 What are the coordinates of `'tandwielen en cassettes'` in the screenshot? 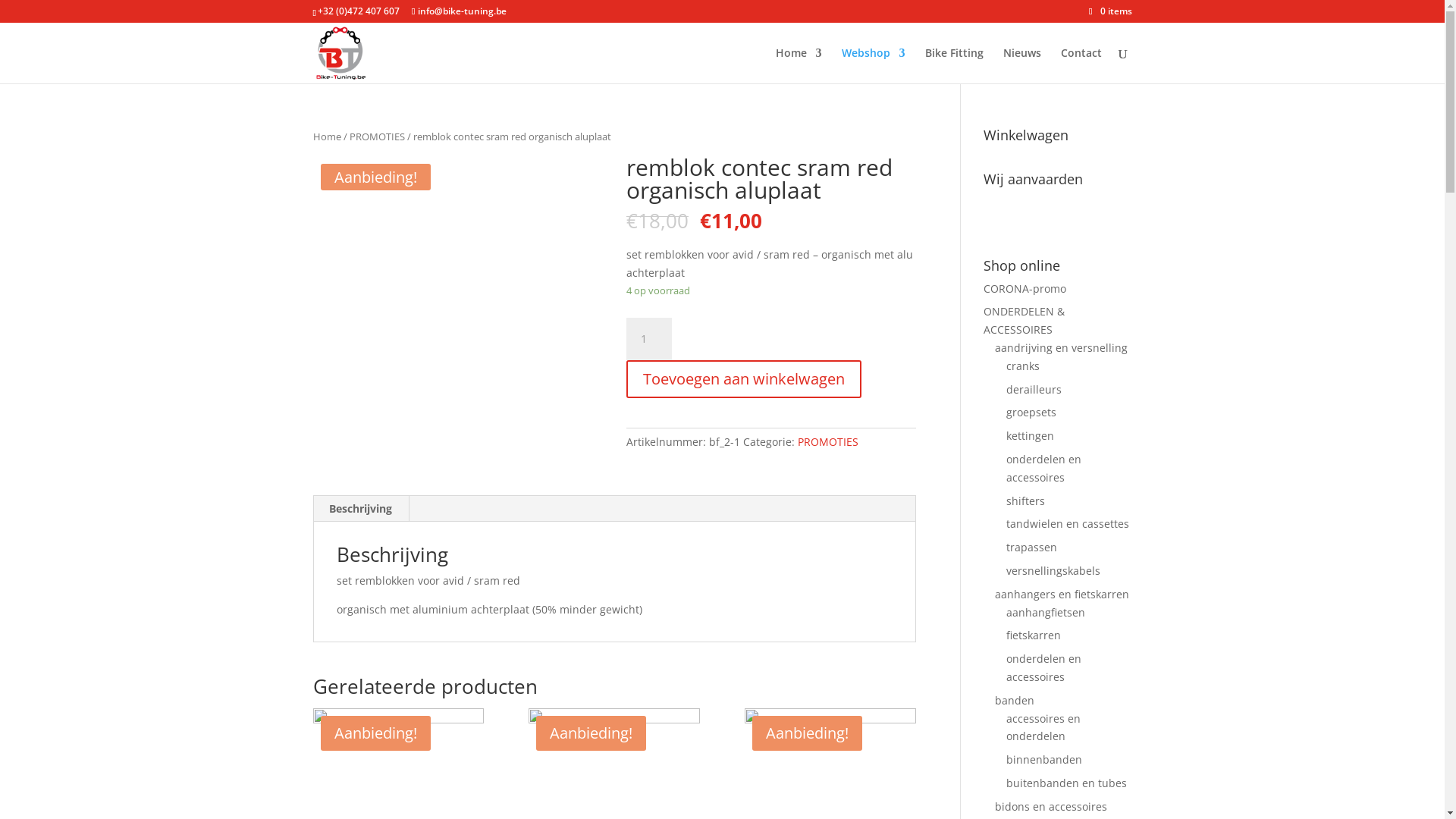 It's located at (1066, 522).